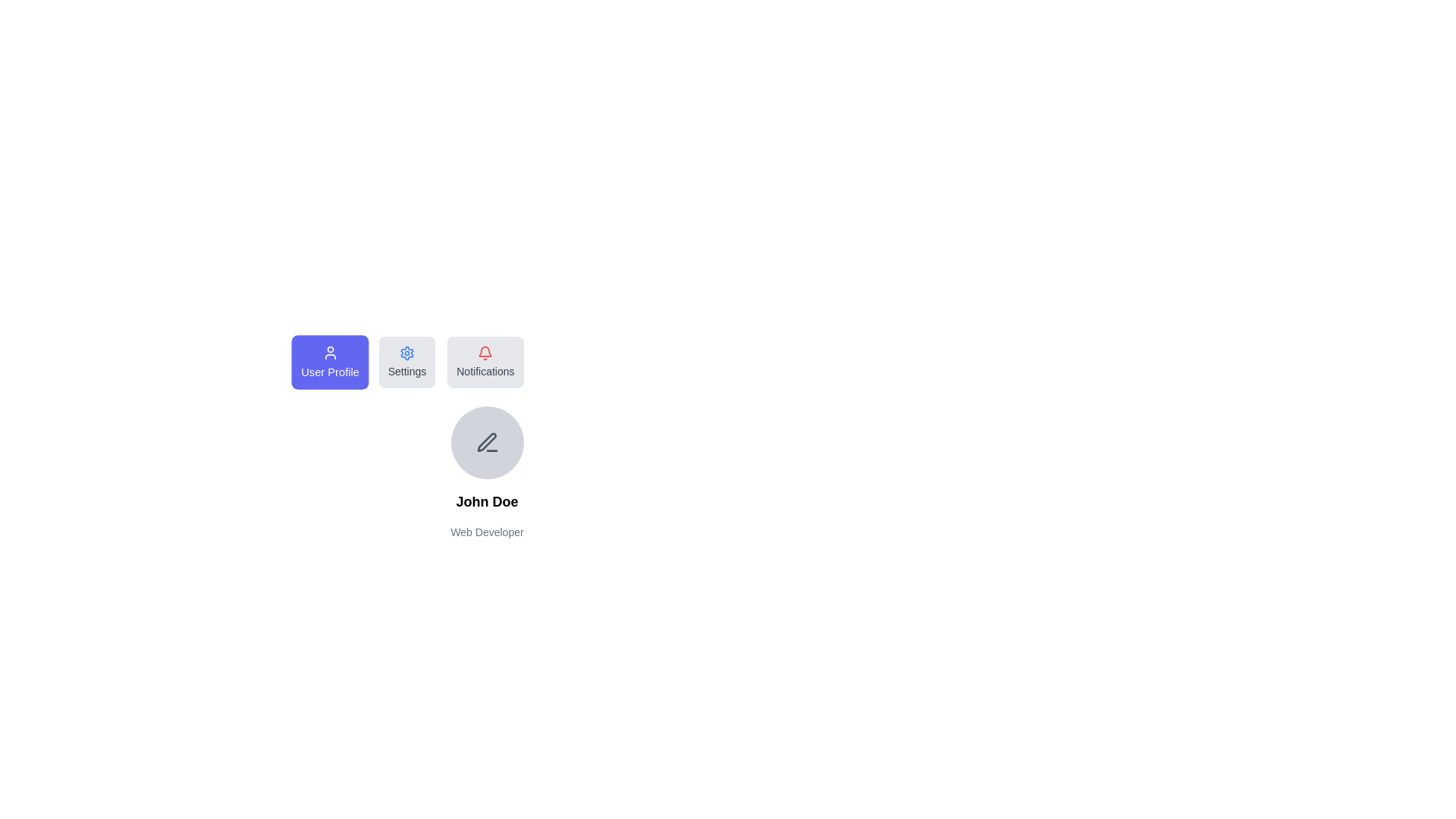  What do you see at coordinates (485, 371) in the screenshot?
I see `'Notifications' text label, which is styled in dark gray and positioned below a bell icon, as part of a clickable button in a horizontally-aligned group` at bounding box center [485, 371].